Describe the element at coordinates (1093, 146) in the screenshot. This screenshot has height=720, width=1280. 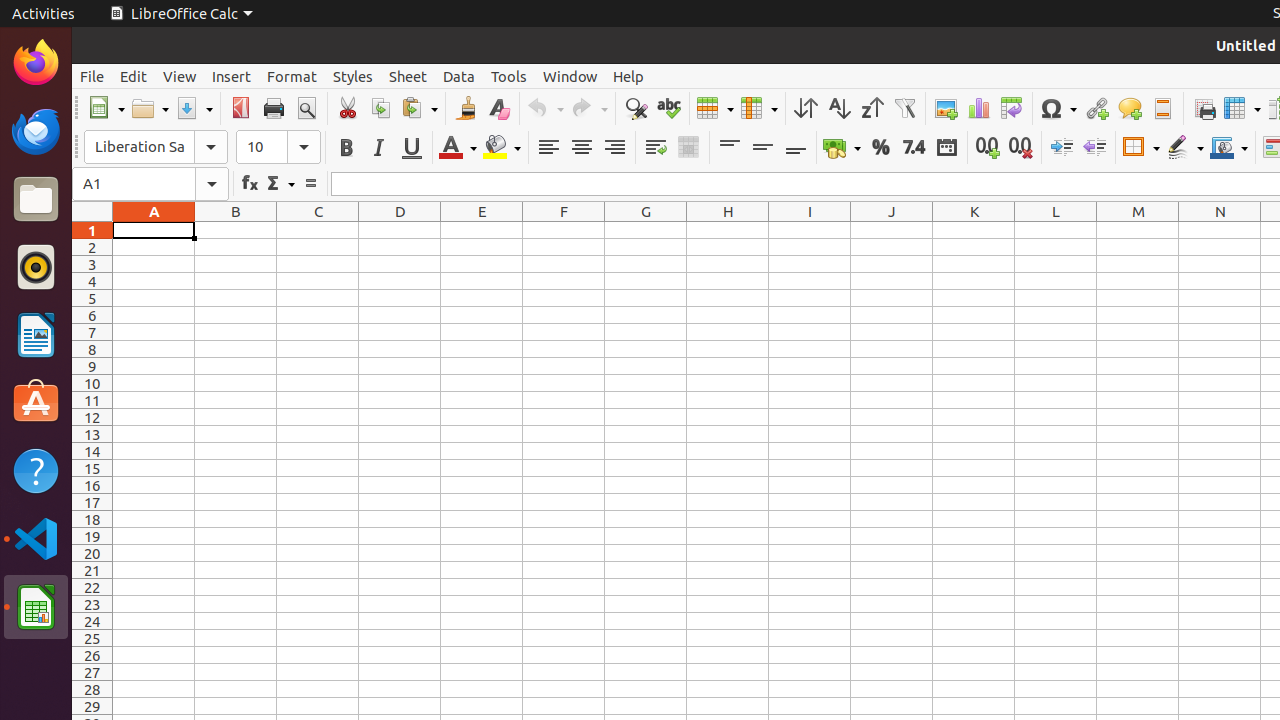
I see `'Decrease'` at that location.